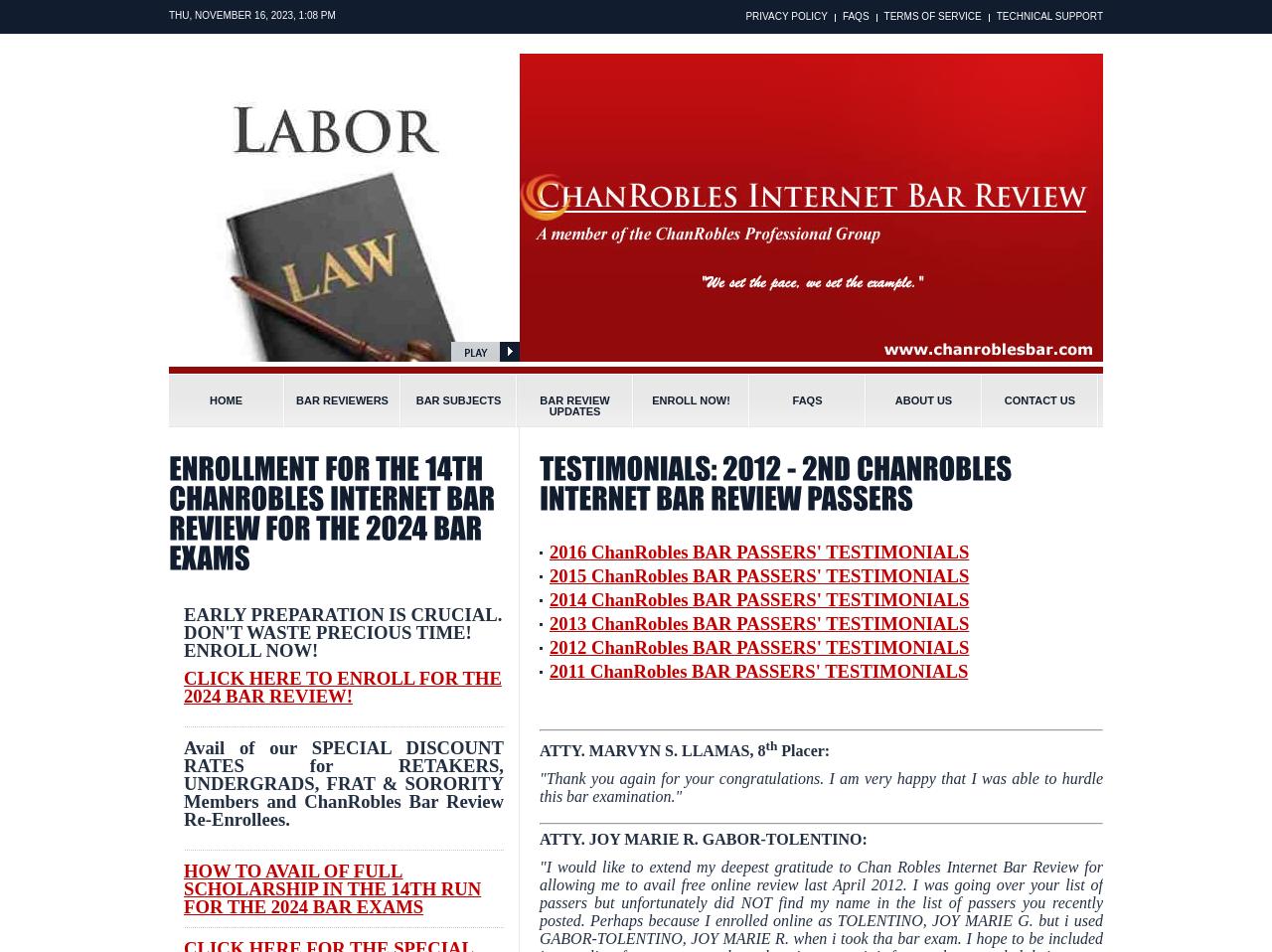 This screenshot has height=952, width=1272. Describe the element at coordinates (803, 750) in the screenshot. I see `'Placer:'` at that location.